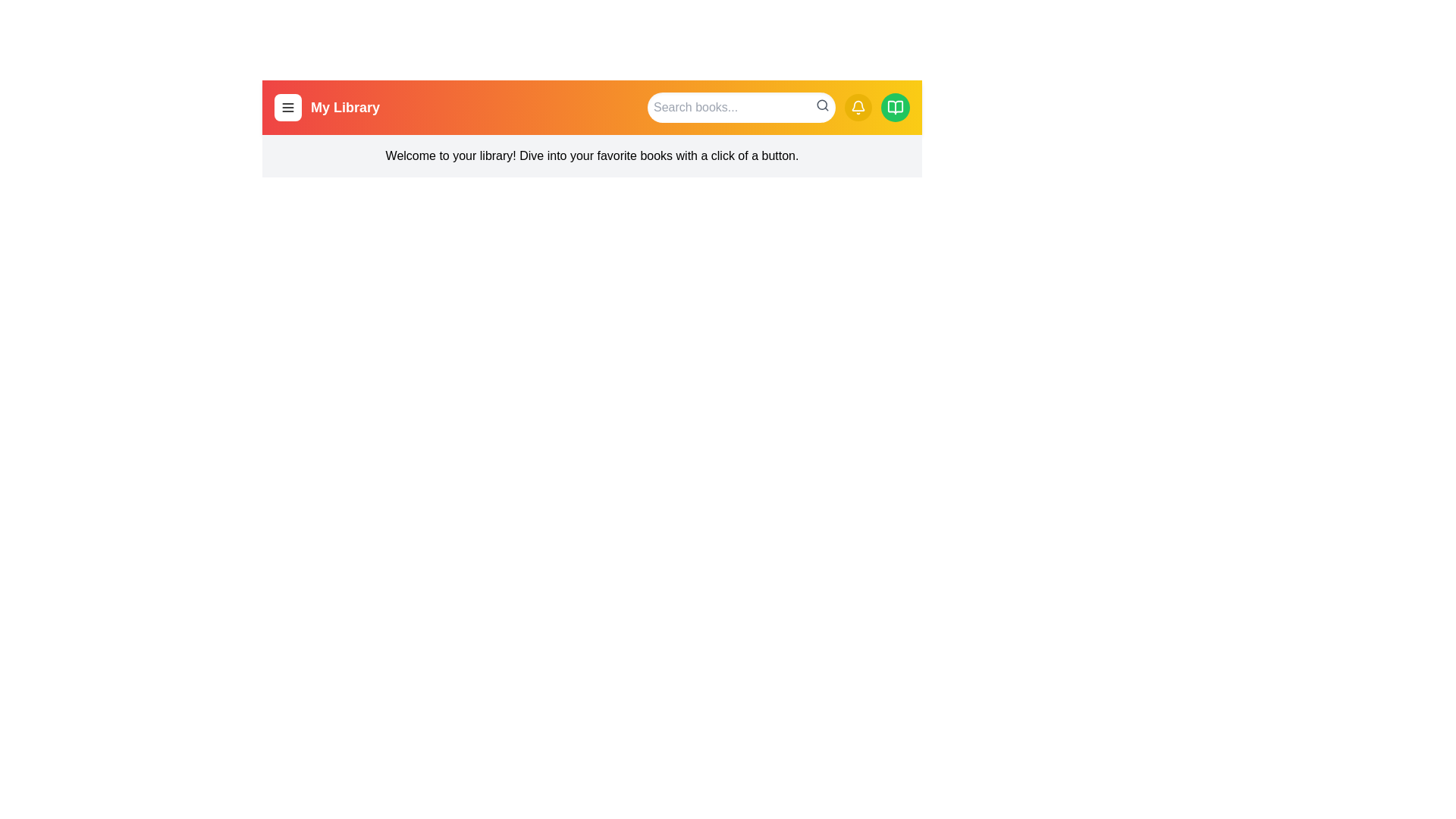  I want to click on the navigation menu button to open the menu, so click(287, 107).